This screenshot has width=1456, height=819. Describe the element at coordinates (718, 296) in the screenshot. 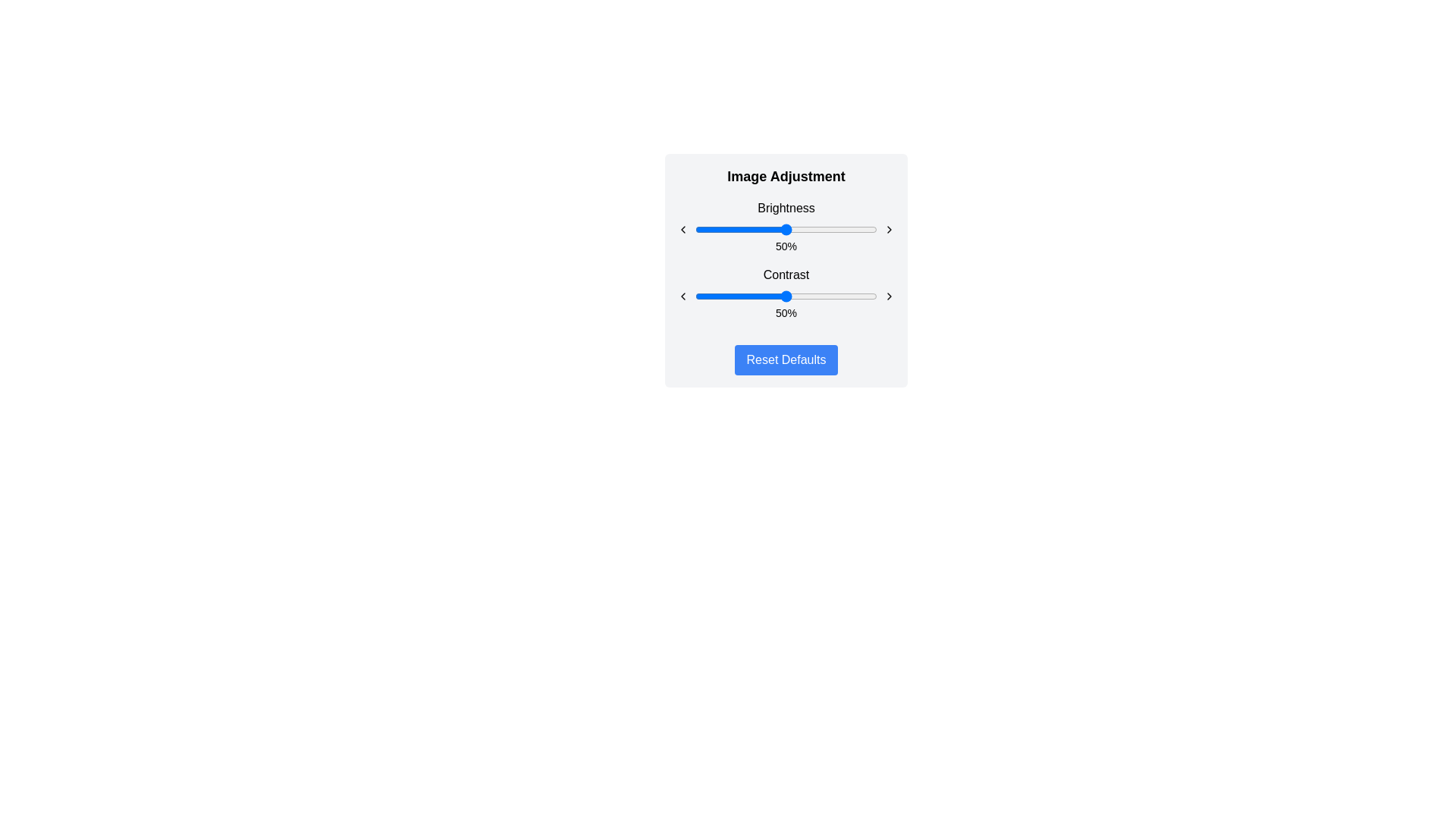

I see `contrast` at that location.